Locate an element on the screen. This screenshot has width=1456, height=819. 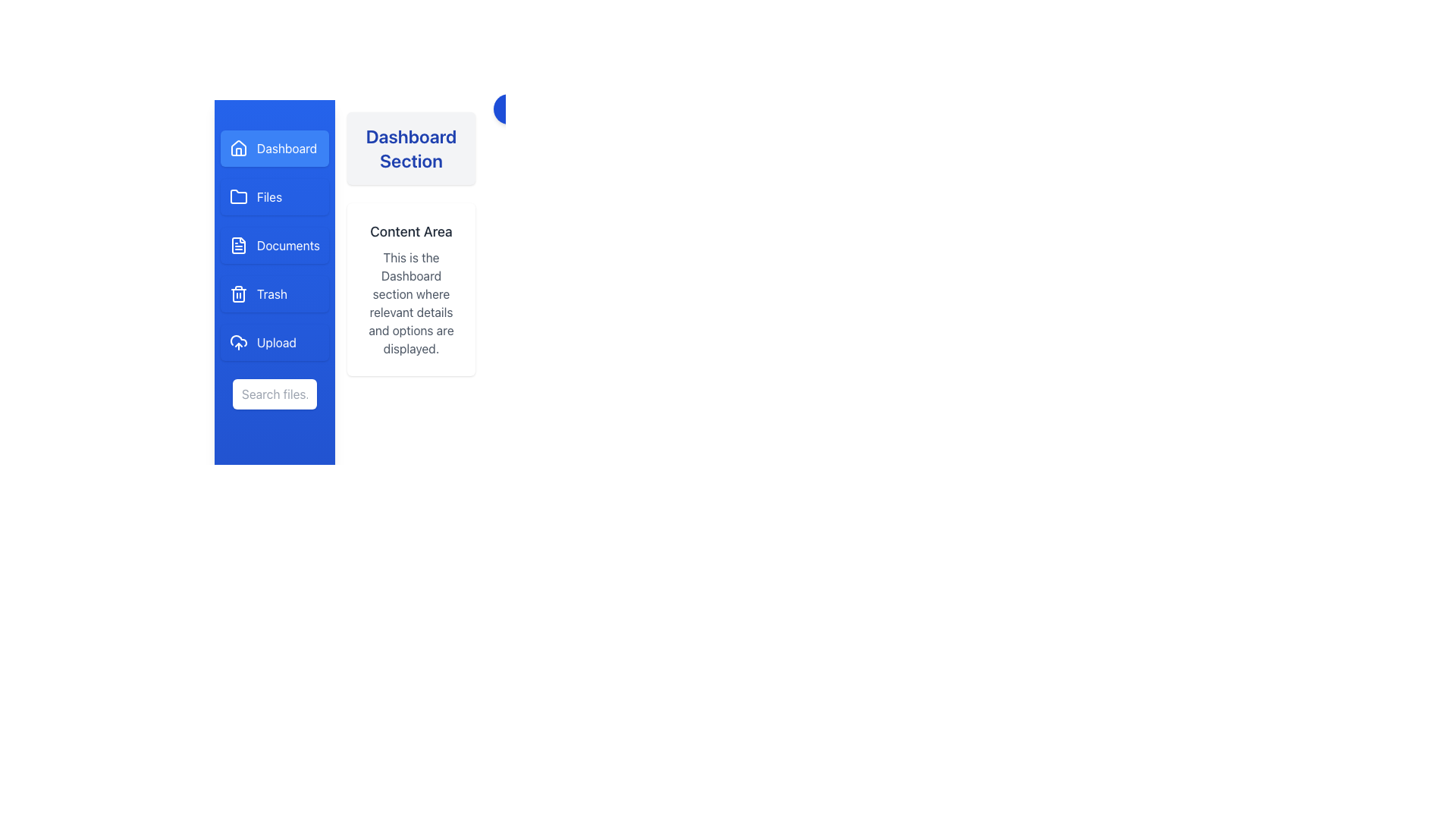
the 'Dashboard' icon located at the top of the navigation menu on the left side of the interface to trigger any associated hover states is located at coordinates (238, 148).